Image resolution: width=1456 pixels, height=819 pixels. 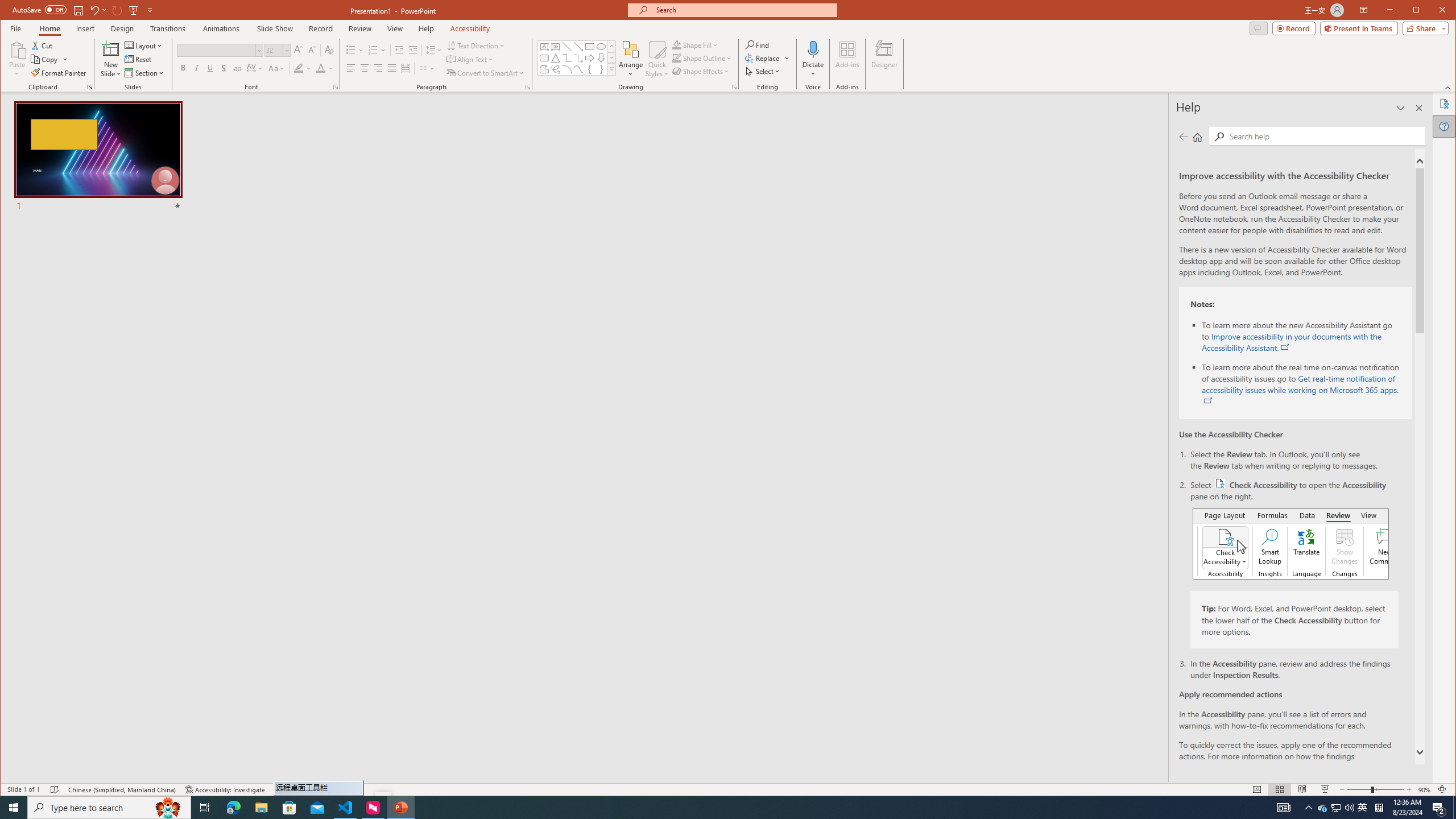 What do you see at coordinates (702, 58) in the screenshot?
I see `'Shape Outline'` at bounding box center [702, 58].